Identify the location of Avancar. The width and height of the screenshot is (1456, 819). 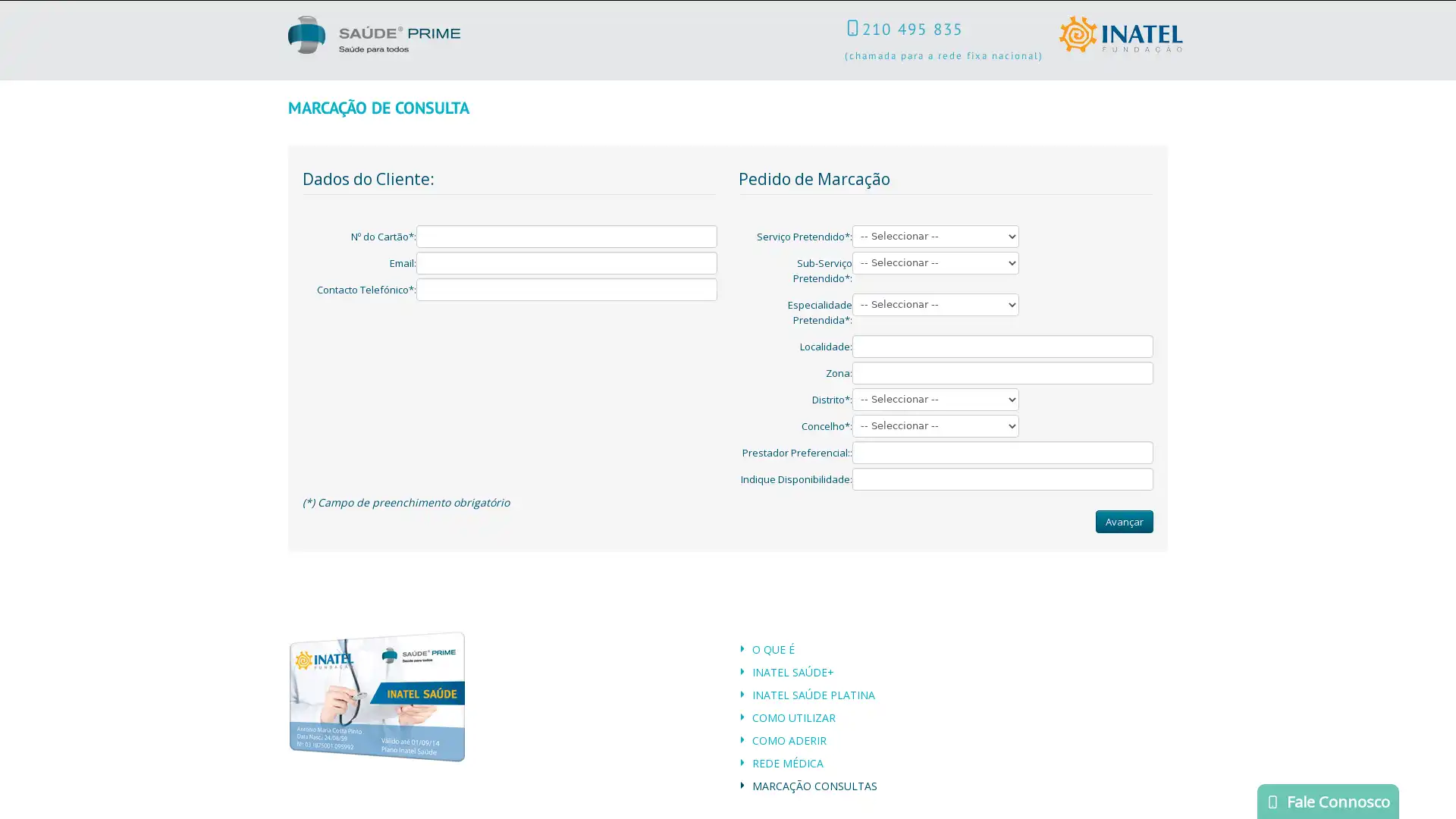
(1125, 519).